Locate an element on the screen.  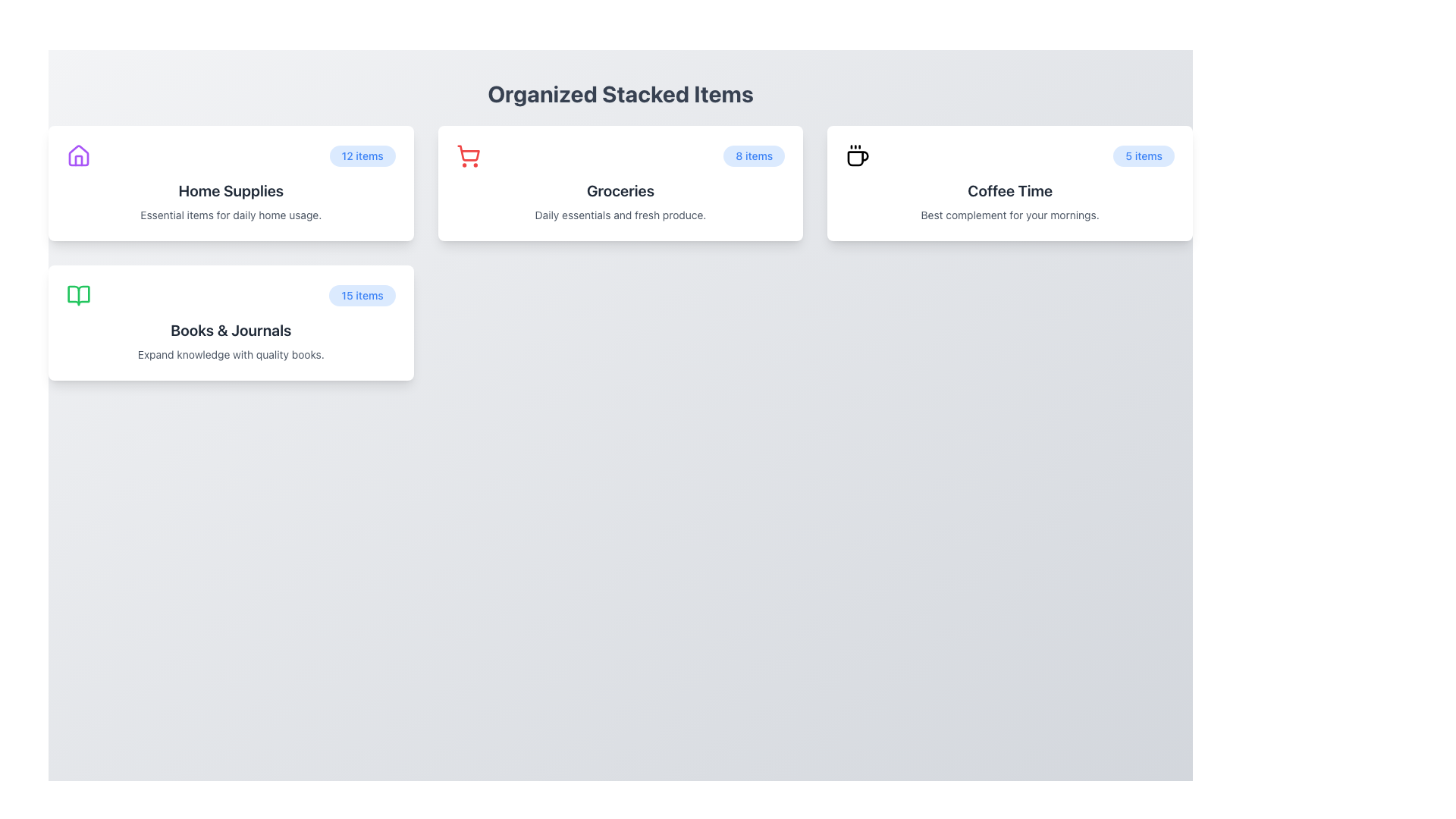
the Card component that serves as a category selector for groceries, located in the center of the grid layout as the second card from the left in the upper row is located at coordinates (620, 183).